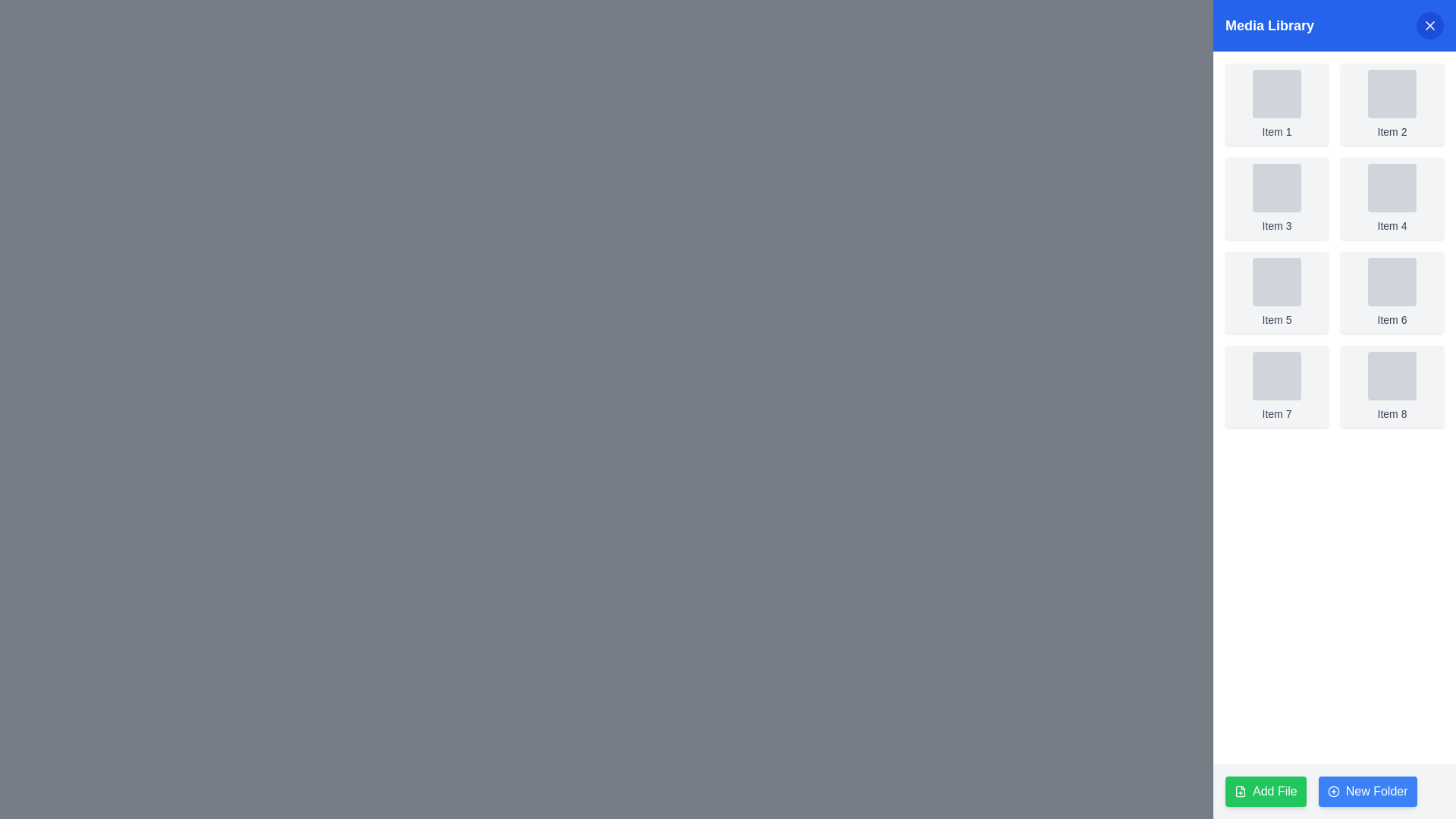 Image resolution: width=1456 pixels, height=819 pixels. What do you see at coordinates (1429, 26) in the screenshot?
I see `the close button located in the top-right part of the media library panel` at bounding box center [1429, 26].